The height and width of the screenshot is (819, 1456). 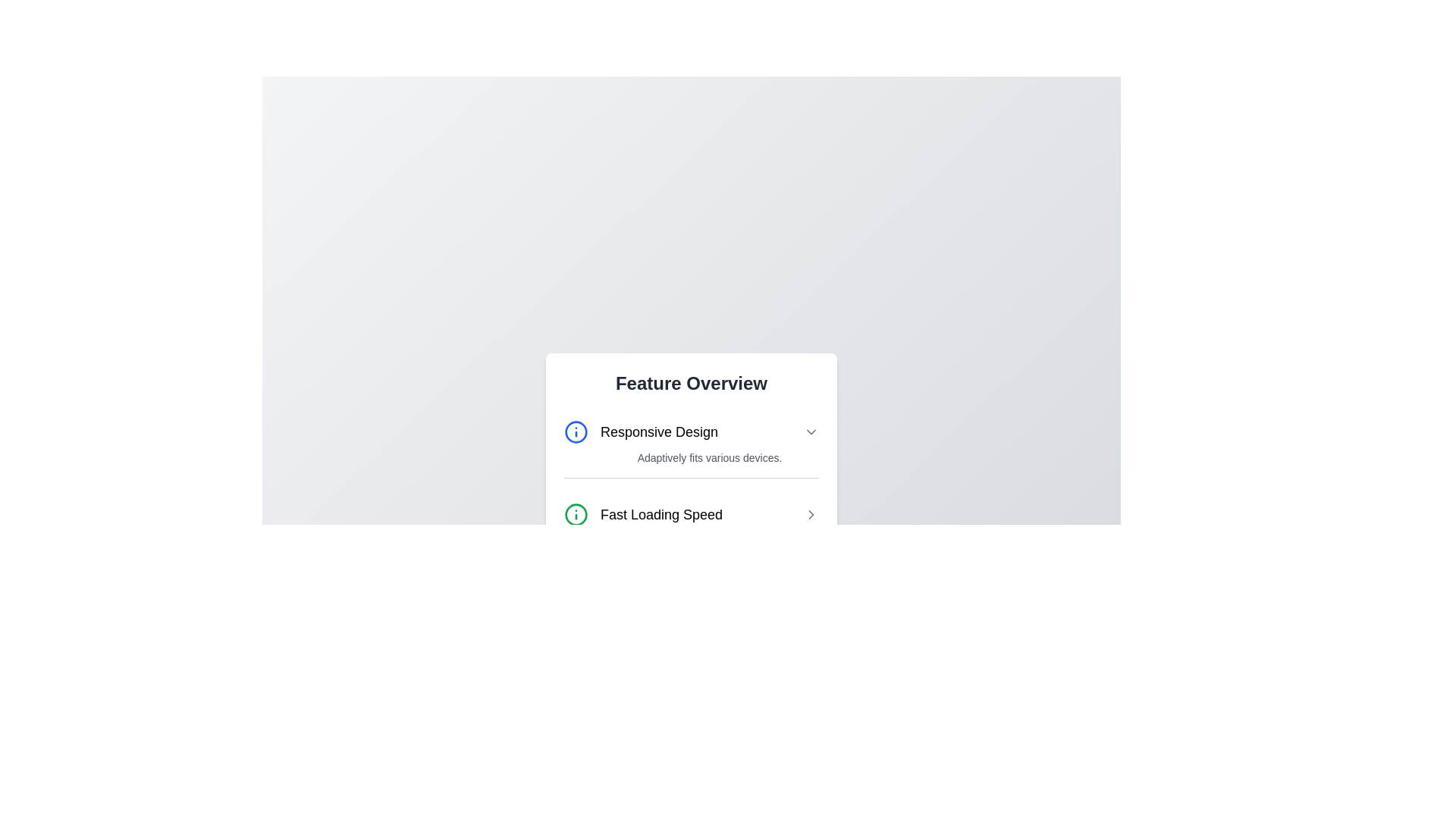 What do you see at coordinates (811, 513) in the screenshot?
I see `the rightward-pointing chevron icon located to the right of the 'Fast Loading Speed' text in the 'Feature Overview' section` at bounding box center [811, 513].